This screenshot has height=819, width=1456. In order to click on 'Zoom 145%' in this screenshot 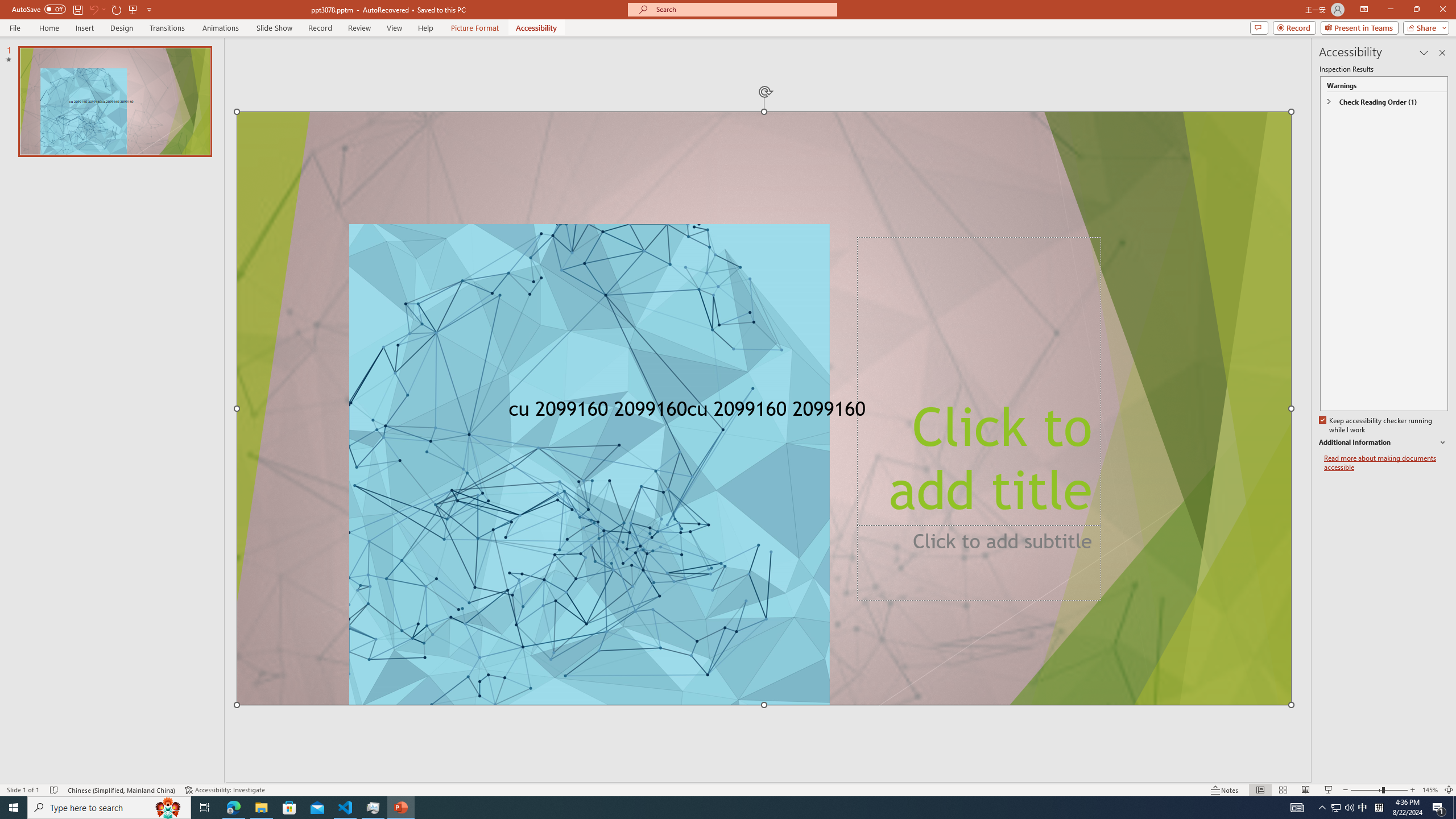, I will do `click(1430, 790)`.